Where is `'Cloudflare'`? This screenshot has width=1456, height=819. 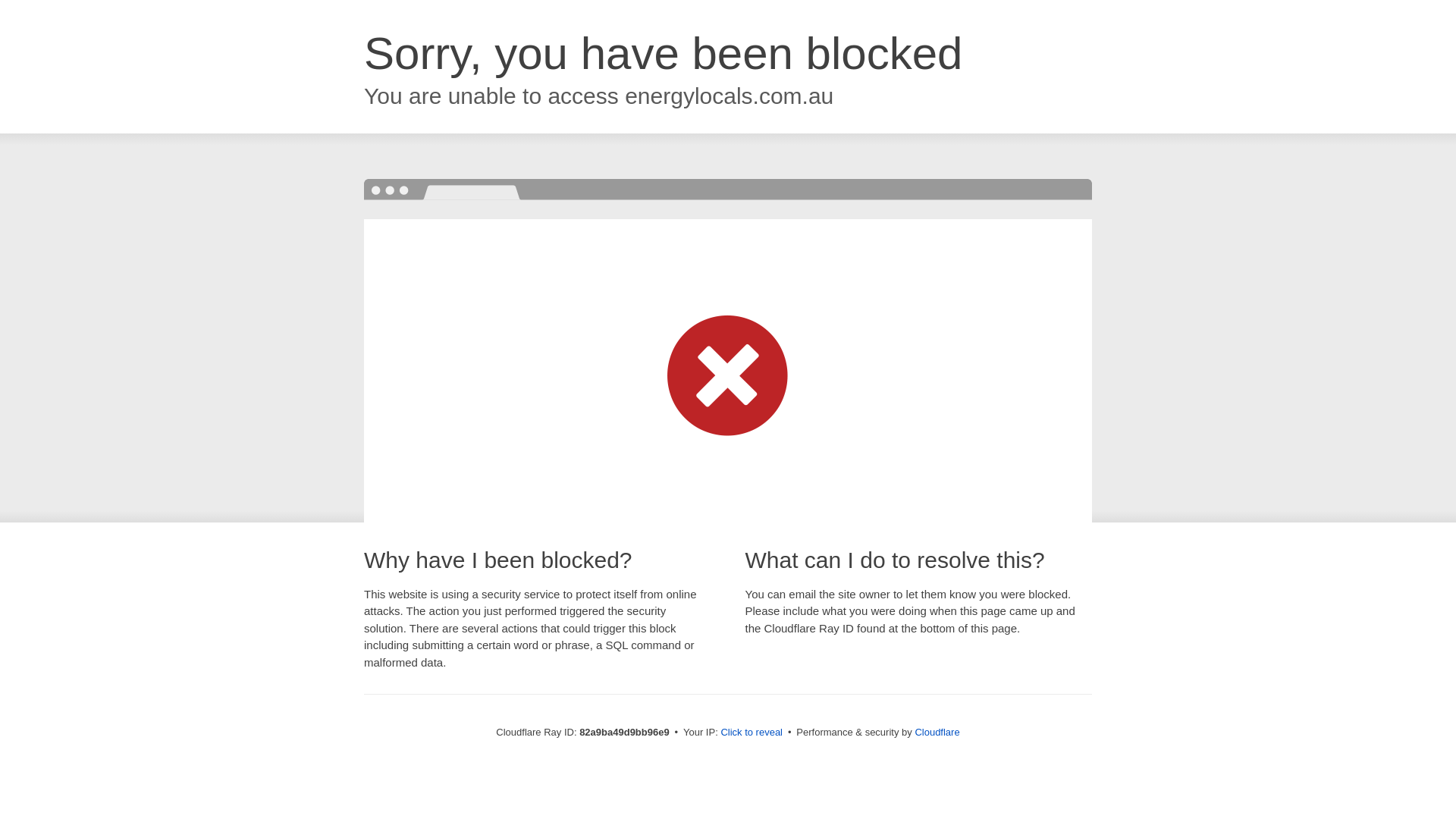
'Cloudflare' is located at coordinates (936, 731).